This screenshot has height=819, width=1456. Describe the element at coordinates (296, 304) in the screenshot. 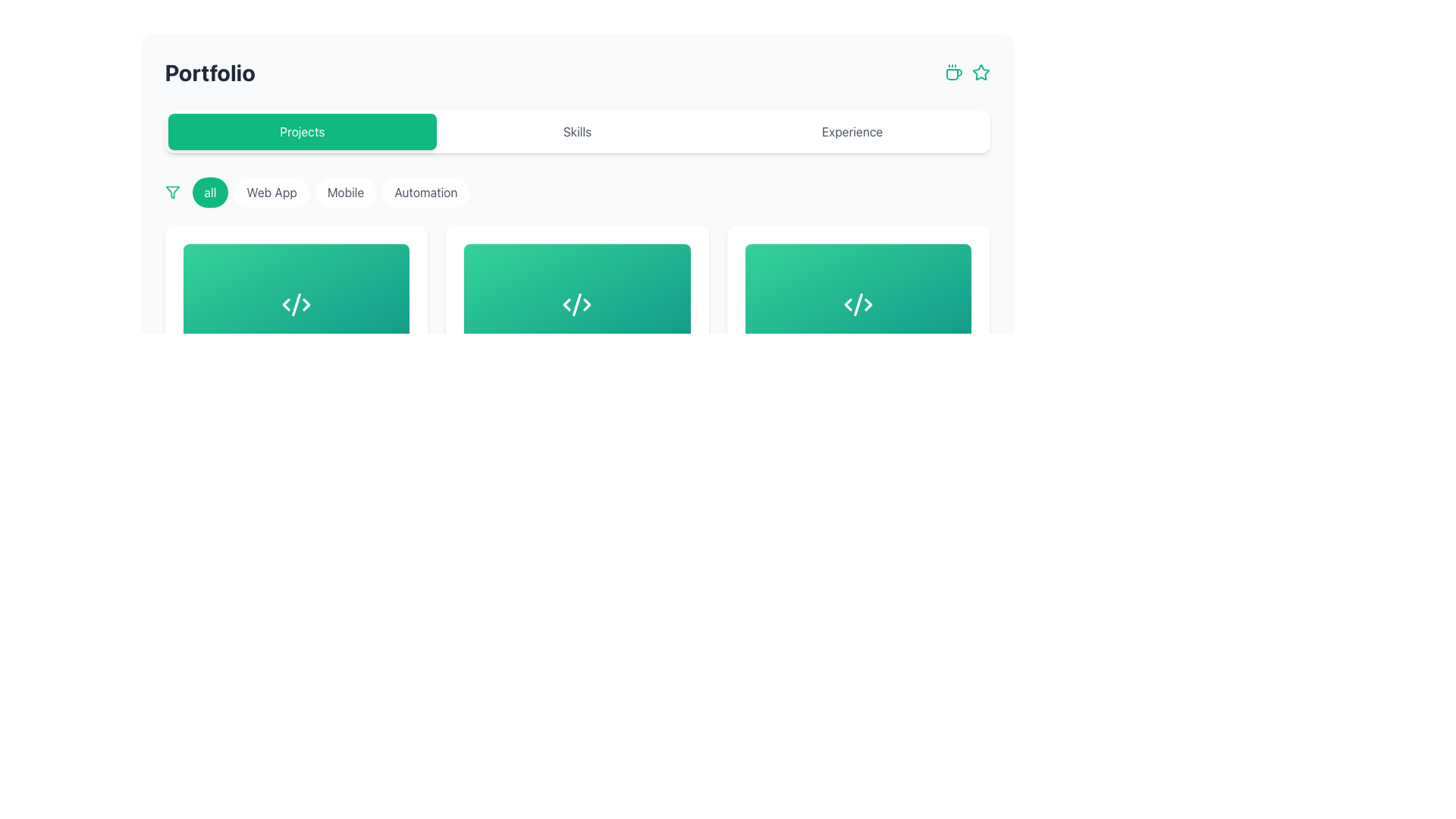

I see `the decorative header section of the card related to programming or coding, which is part of the 'E-commerce Platform' section and is the first card in a horizontal row of three similar cards` at that location.